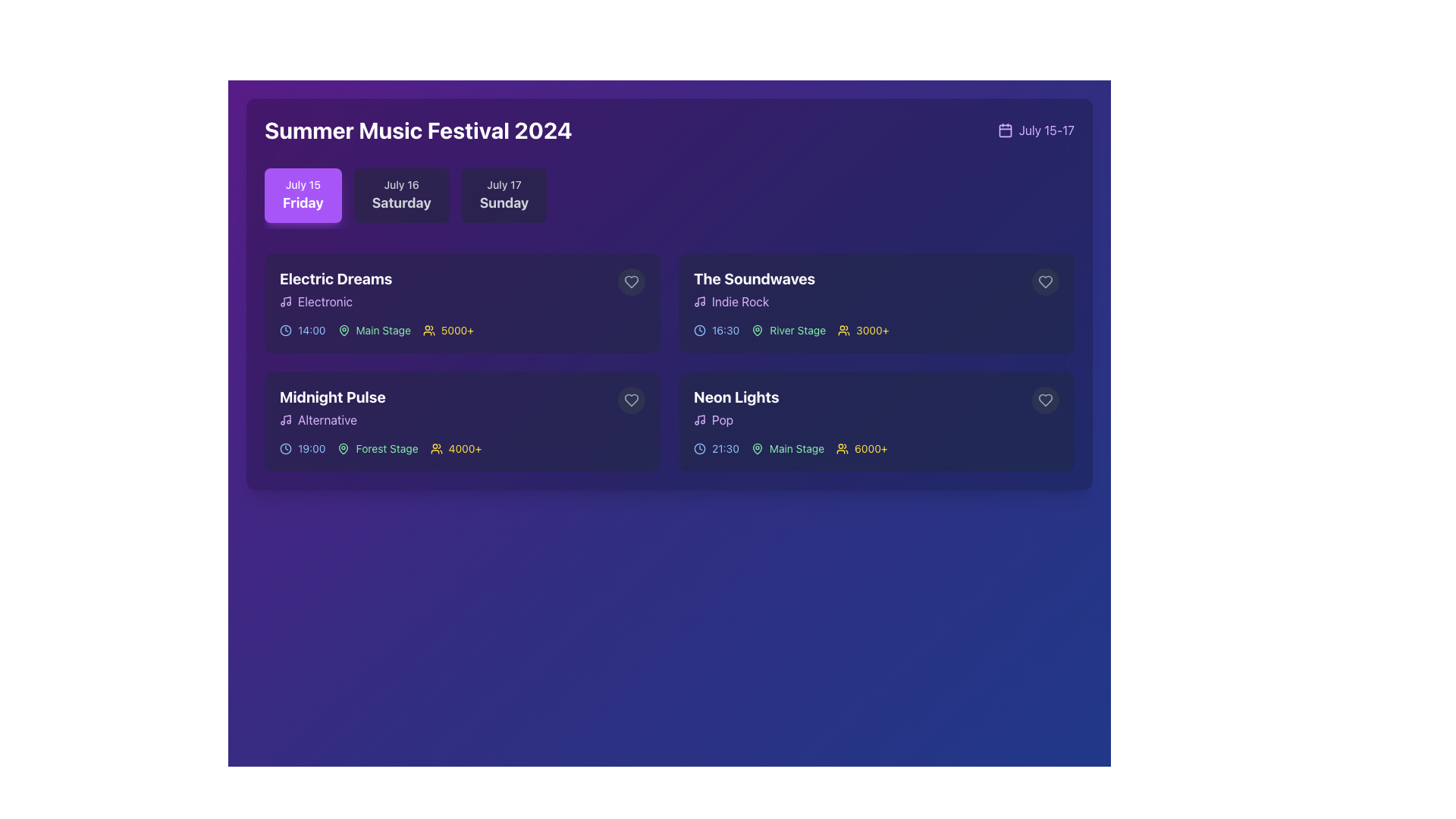 The width and height of the screenshot is (1456, 819). I want to click on the 'Electronic' label, which is styled in purple and has a music note icon, located within the 'Electric Dreams' group, so click(335, 301).